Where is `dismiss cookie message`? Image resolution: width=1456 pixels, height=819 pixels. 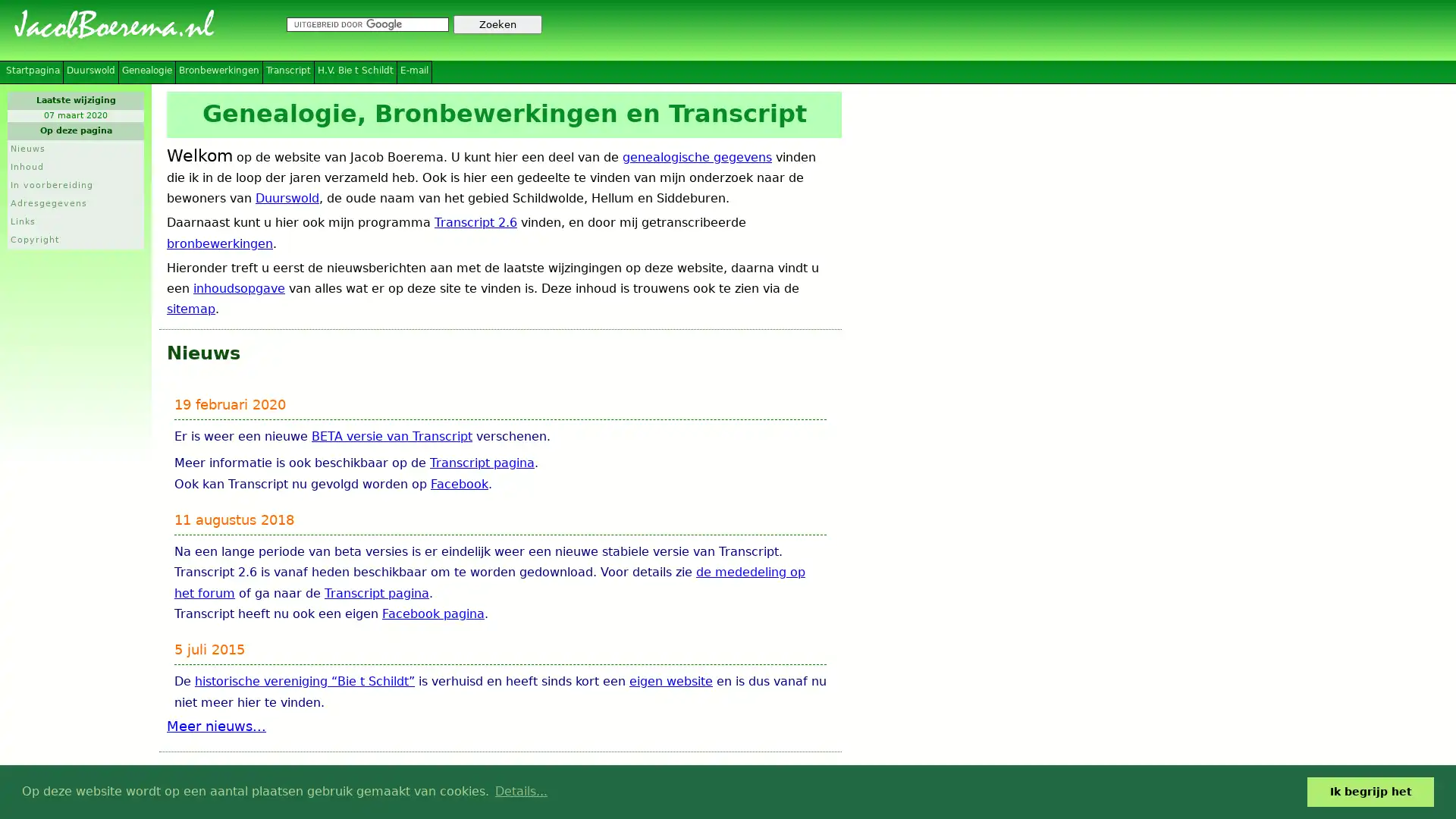 dismiss cookie message is located at coordinates (1370, 791).